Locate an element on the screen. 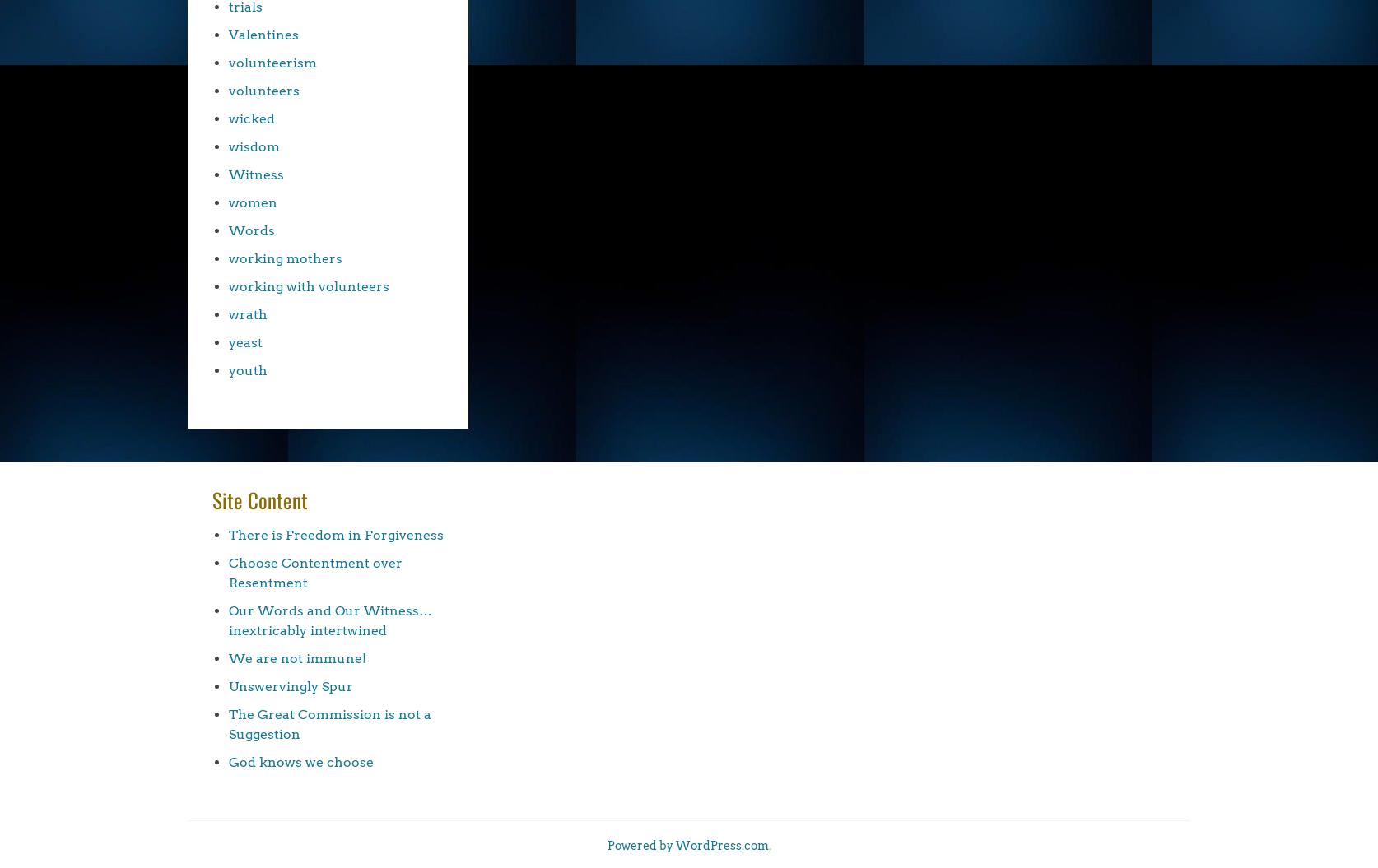  'The Great Commission is not a Suggestion' is located at coordinates (329, 723).